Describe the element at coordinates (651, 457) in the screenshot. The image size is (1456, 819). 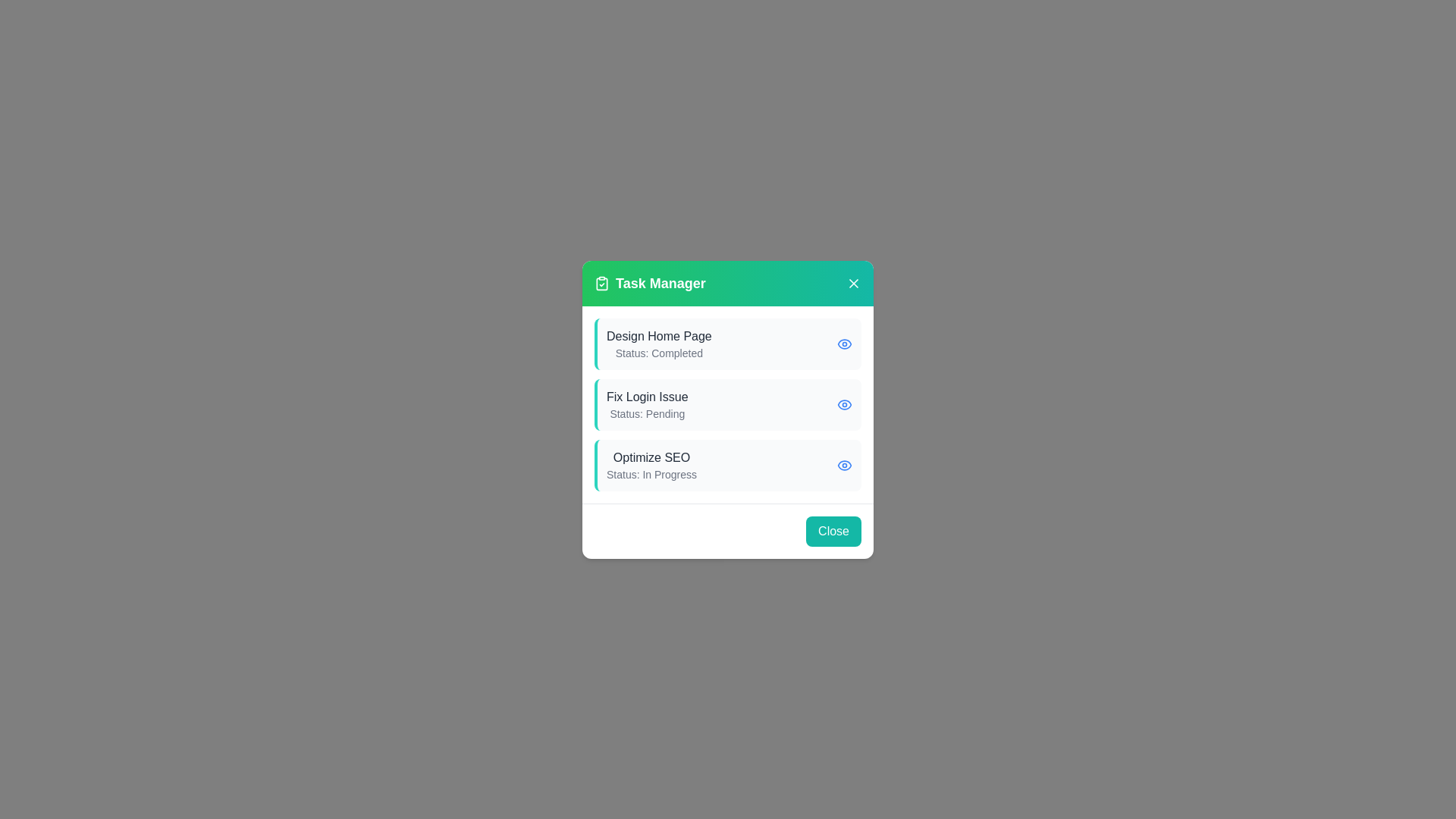
I see `the Text Label that serves as the title for the third task entry in the Task Manager interface, which is positioned above the subtext 'Status: In Progress'` at that location.